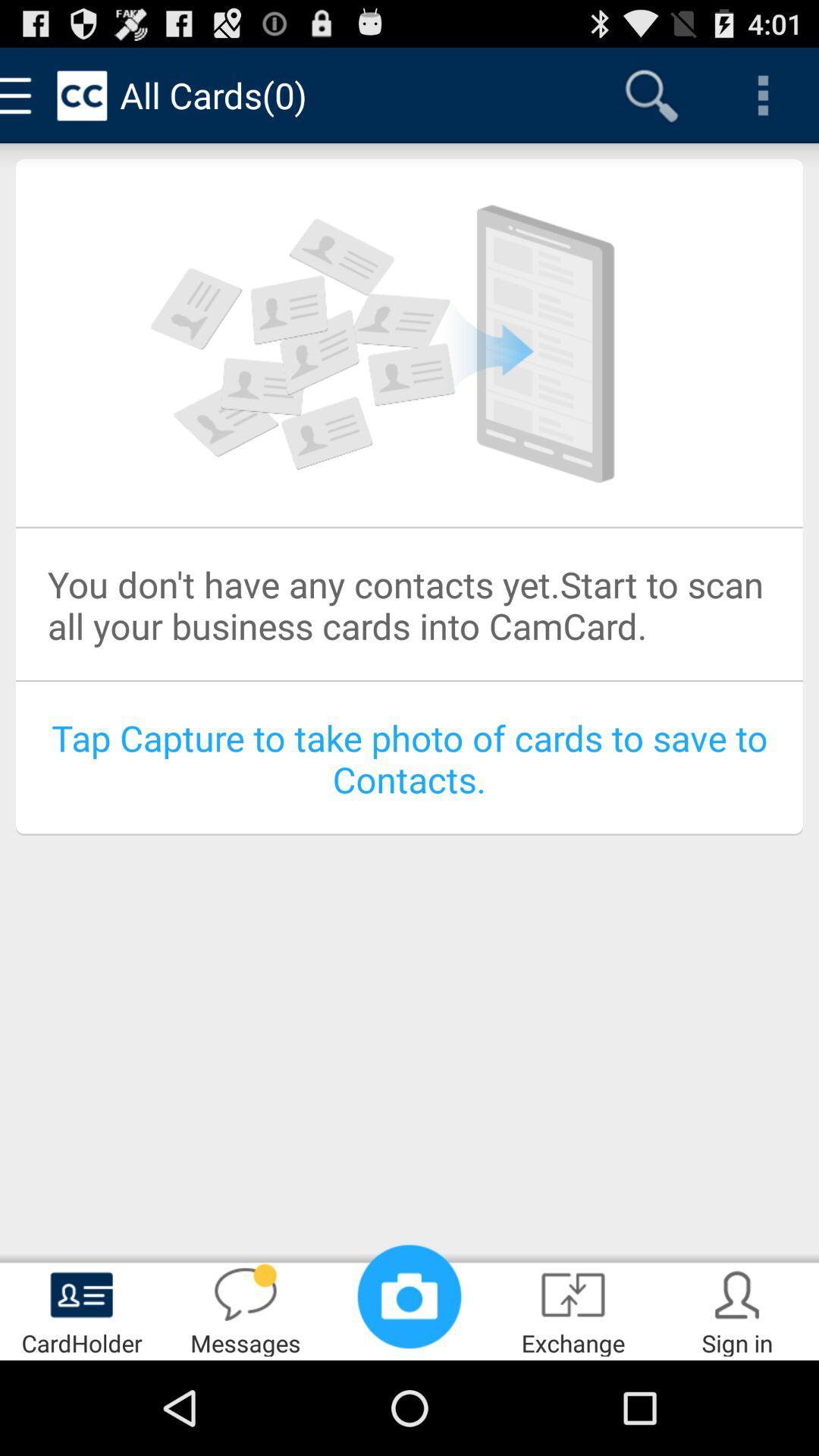  I want to click on icon below the you don t app, so click(409, 758).